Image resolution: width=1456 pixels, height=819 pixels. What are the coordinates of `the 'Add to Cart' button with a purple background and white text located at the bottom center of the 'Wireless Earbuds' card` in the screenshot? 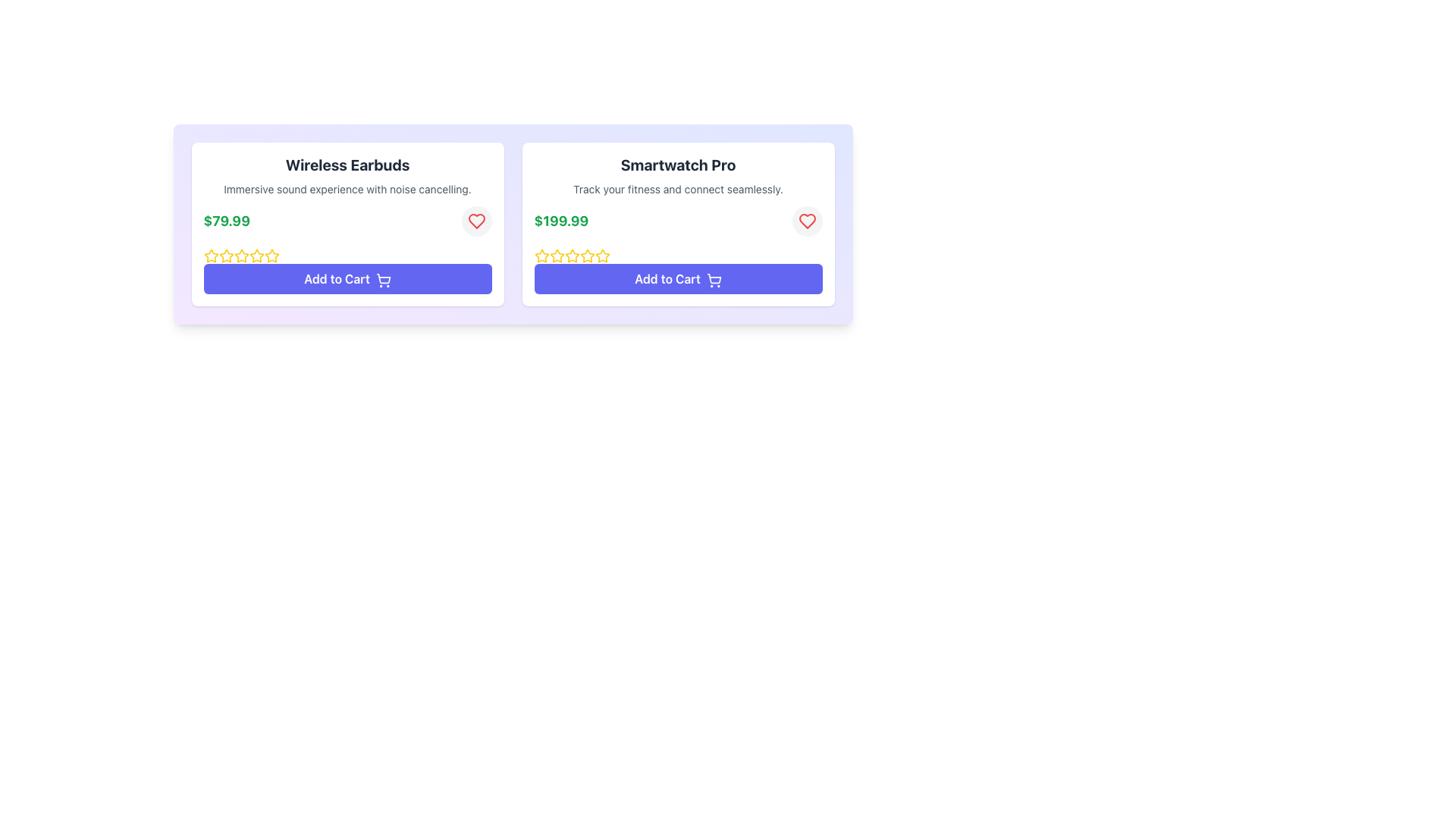 It's located at (347, 278).